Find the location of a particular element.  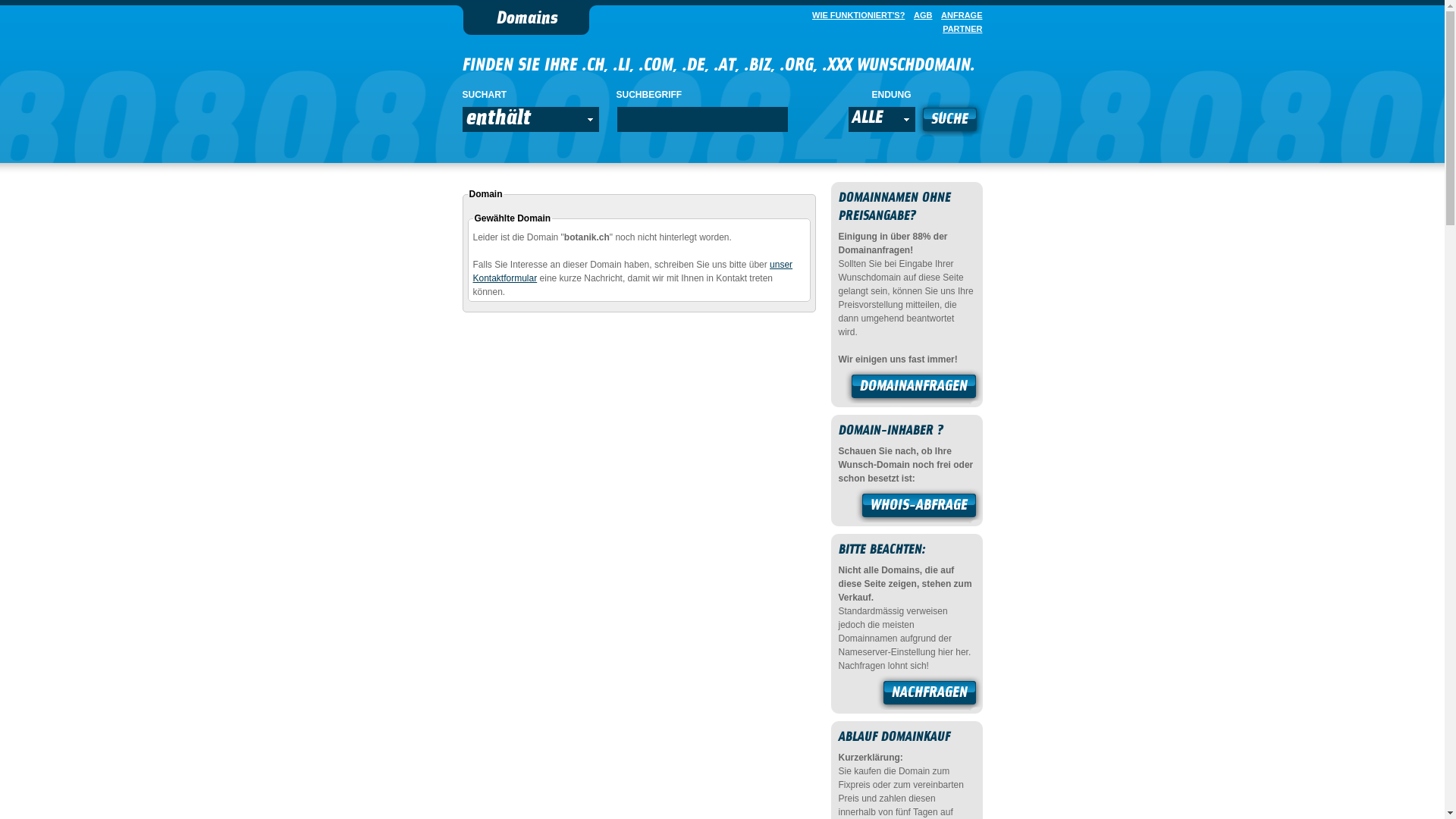

'SUCHE' is located at coordinates (949, 120).